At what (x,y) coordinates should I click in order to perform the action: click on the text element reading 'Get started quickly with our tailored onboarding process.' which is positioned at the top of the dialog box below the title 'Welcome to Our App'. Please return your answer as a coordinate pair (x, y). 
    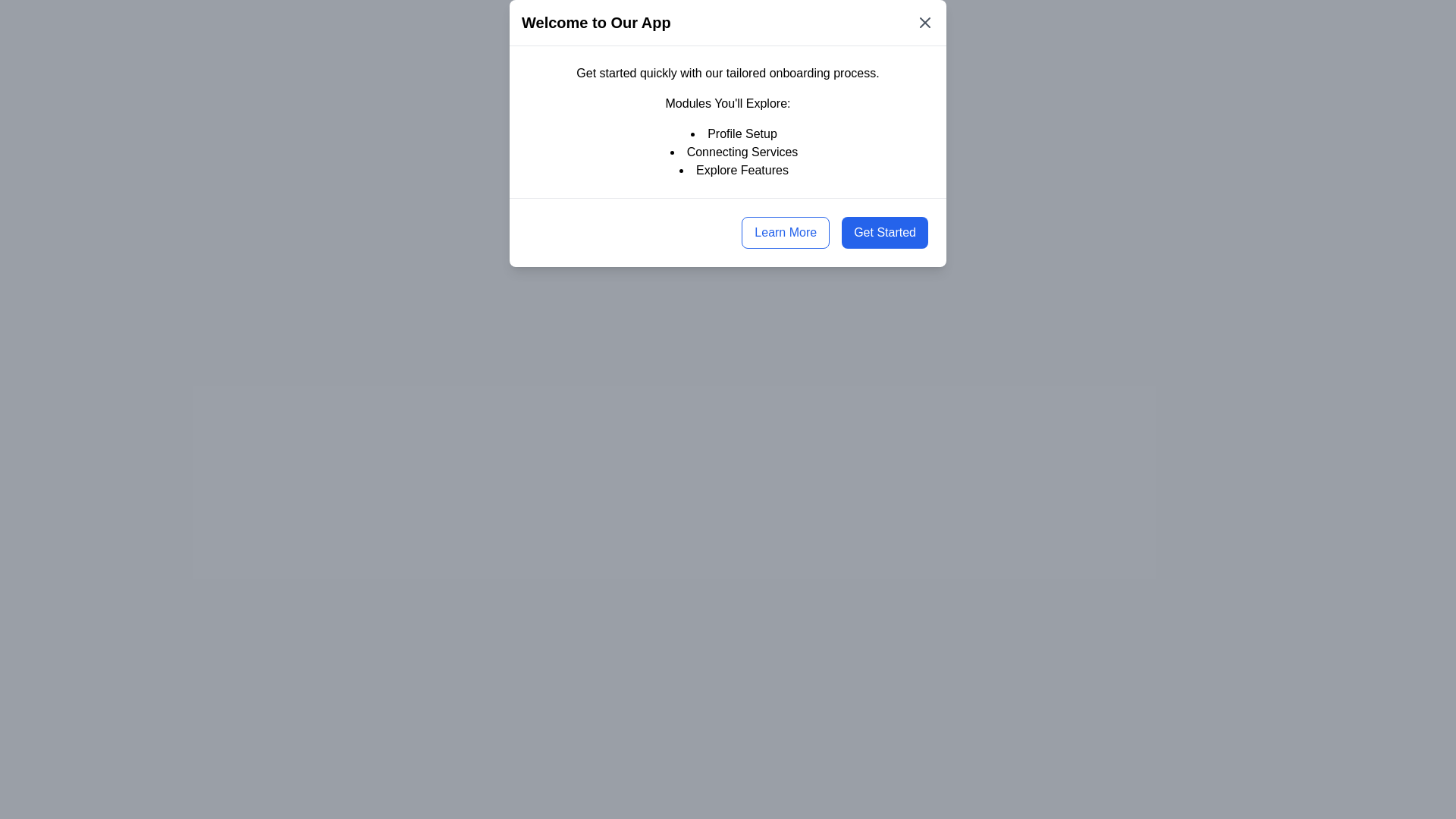
    Looking at the image, I should click on (728, 73).